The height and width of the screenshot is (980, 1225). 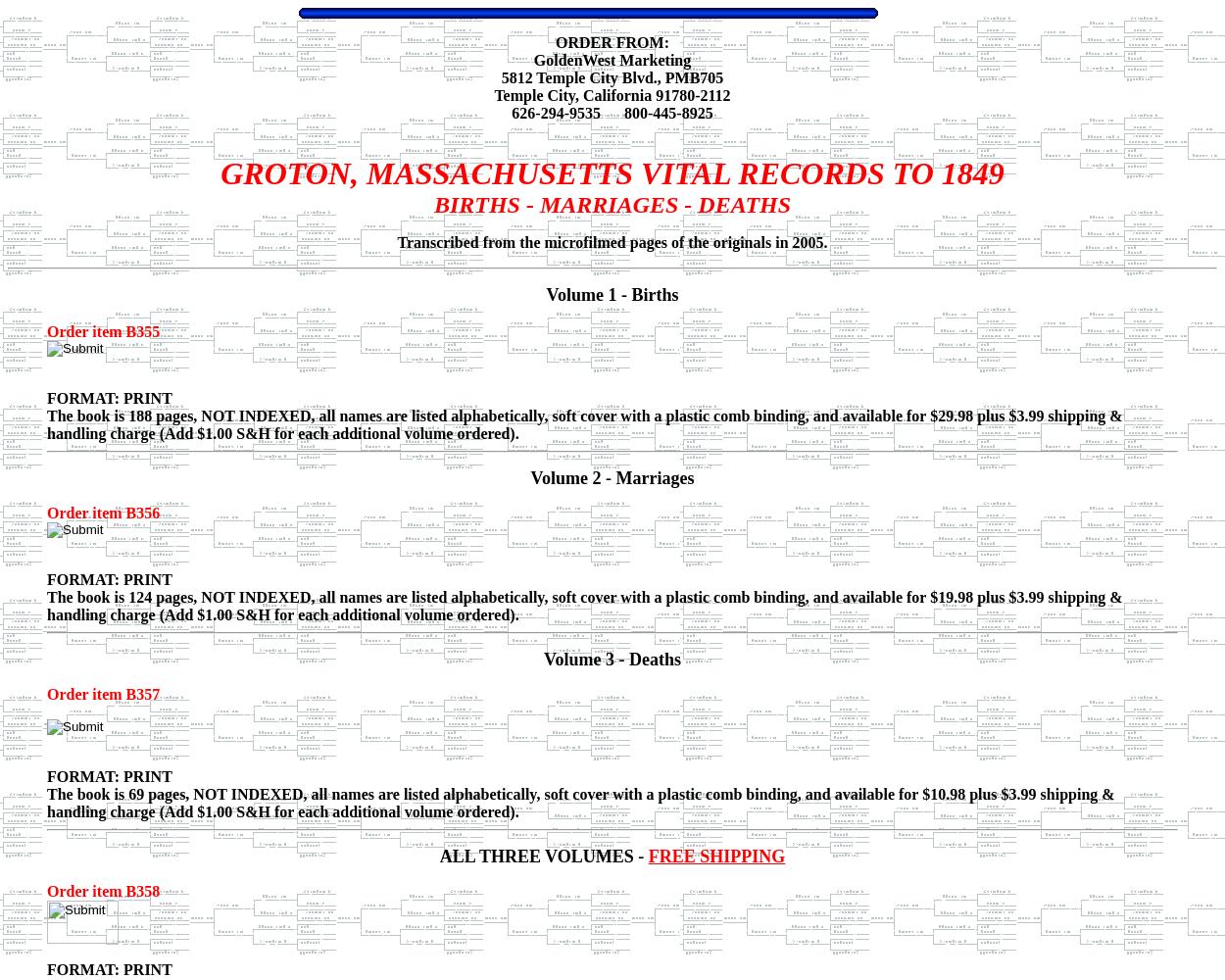 I want to click on 'The book is 69 pages, NOT INDEXED, all names are listed alphabetically, soft cover with a plastic comb binding, and available for
$10.98 plus $3.99 shipping & handling charge (Add $1.00 S&H for each additional volume ordered).', so click(x=579, y=802).